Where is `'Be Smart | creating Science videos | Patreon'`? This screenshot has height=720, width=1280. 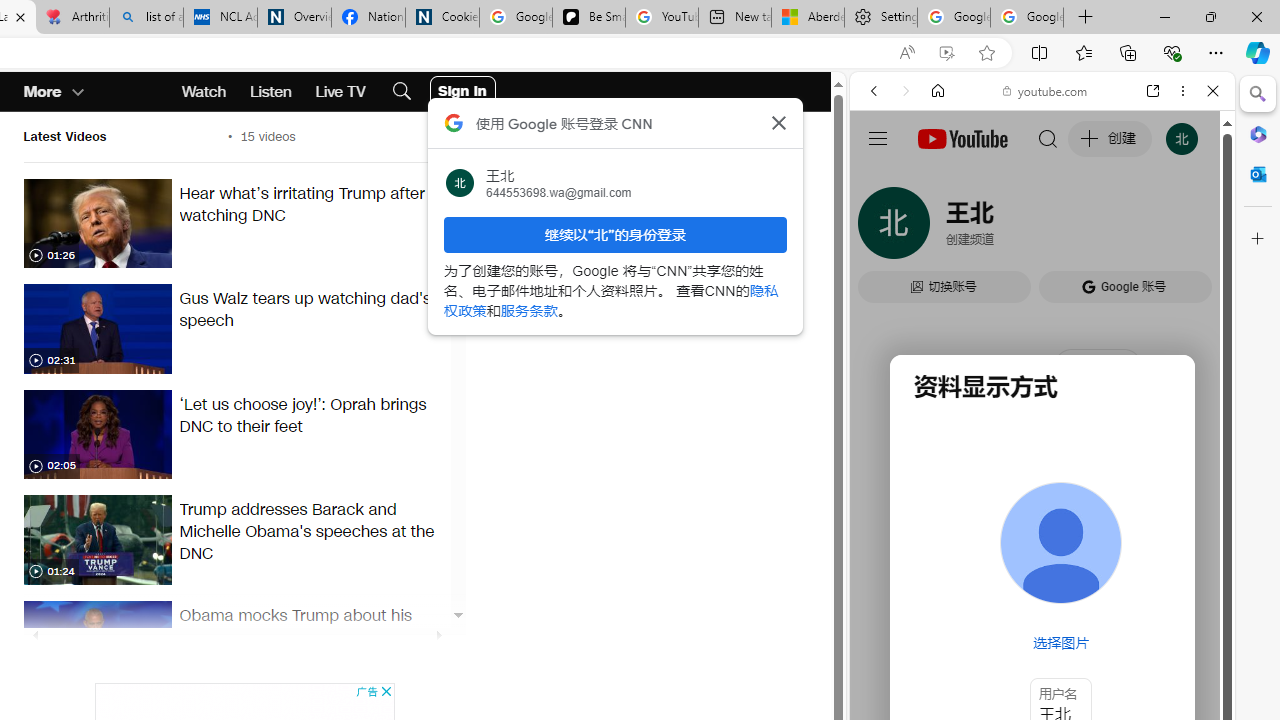 'Be Smart | creating Science videos | Patreon' is located at coordinates (587, 17).